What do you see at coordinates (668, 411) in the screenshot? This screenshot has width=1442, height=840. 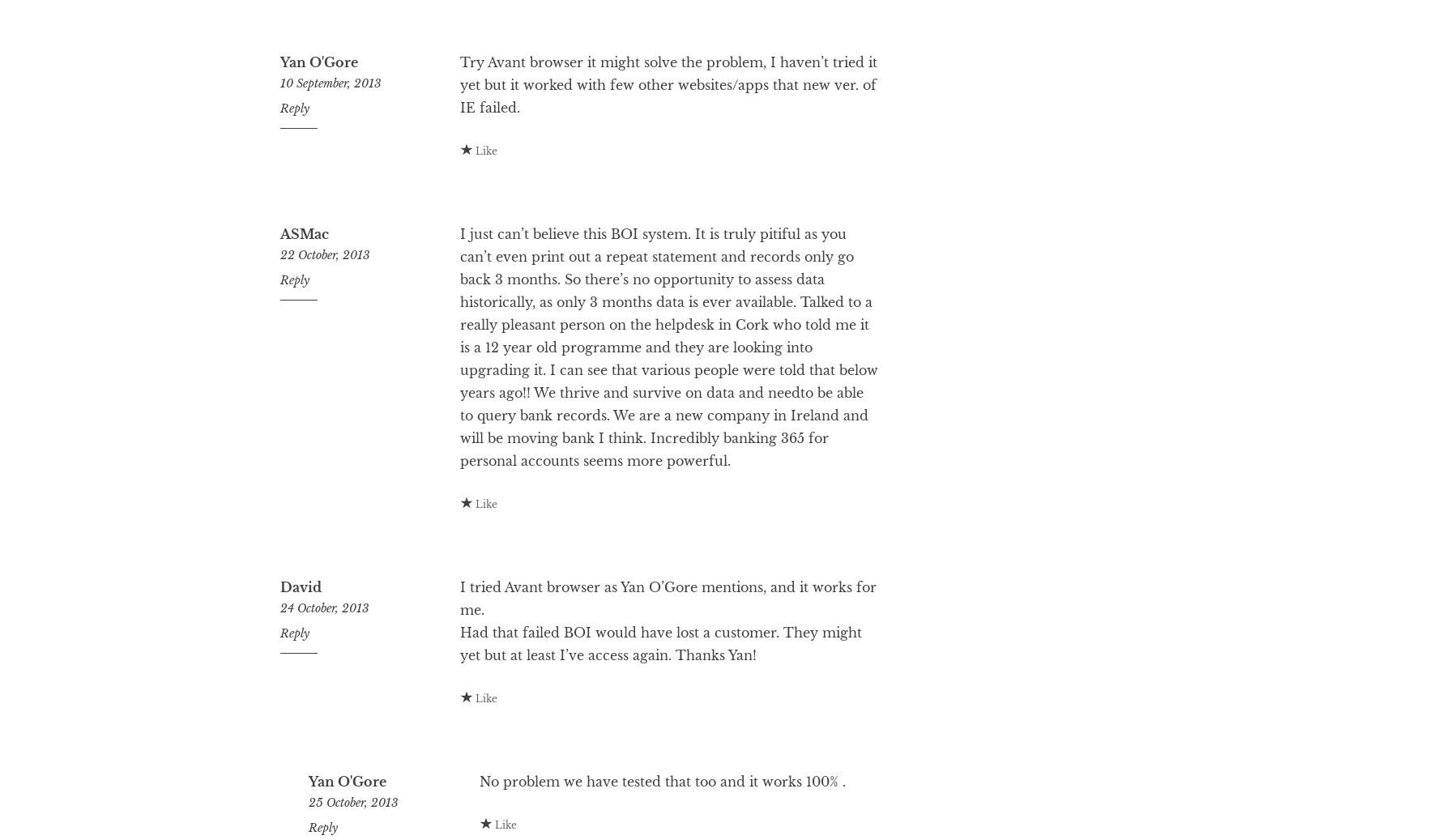 I see `'I just can’t believe this BOI system. It is truly pitiful as you can’t even print out a repeat statement and records only go back 3 months. So there’s no opportunity to assess data historically, as only 3 months data is ever available. Talked to a really pleasant person on the helpdesk in Cork who told me it is a 12 year old programme and they are looking into upgrading it. I can see that various people were told that below years ago!! We thrive and survive on data and needto be able to query bank records. We are a new company in Ireland and will be moving bank I think. Incredibly banking 365 for personal accounts seems more powerful.'` at bounding box center [668, 411].